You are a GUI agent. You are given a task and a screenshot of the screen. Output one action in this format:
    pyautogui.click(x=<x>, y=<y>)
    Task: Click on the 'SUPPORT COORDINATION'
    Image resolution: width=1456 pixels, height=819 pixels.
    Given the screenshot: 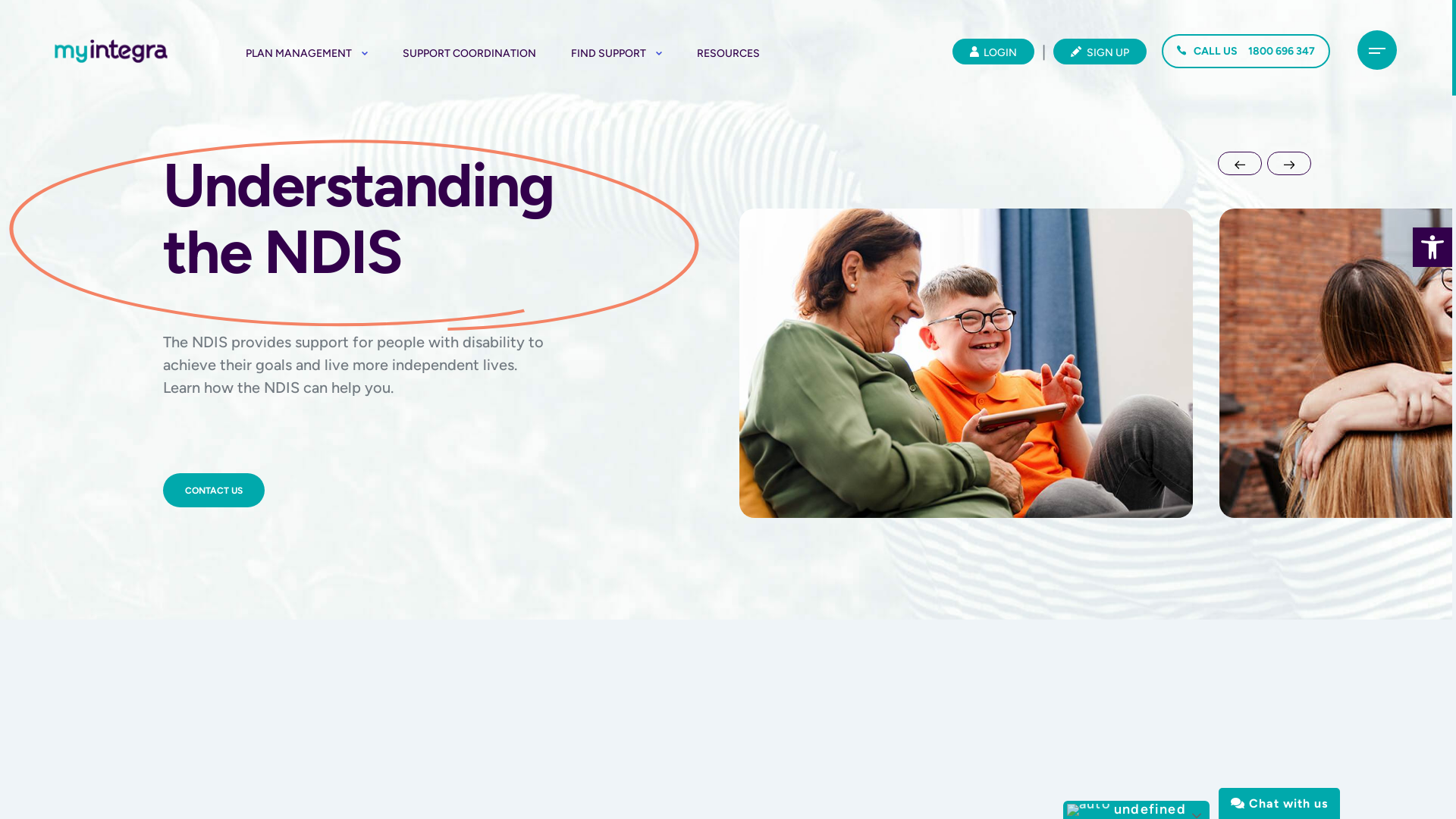 What is the action you would take?
    pyautogui.click(x=469, y=52)
    